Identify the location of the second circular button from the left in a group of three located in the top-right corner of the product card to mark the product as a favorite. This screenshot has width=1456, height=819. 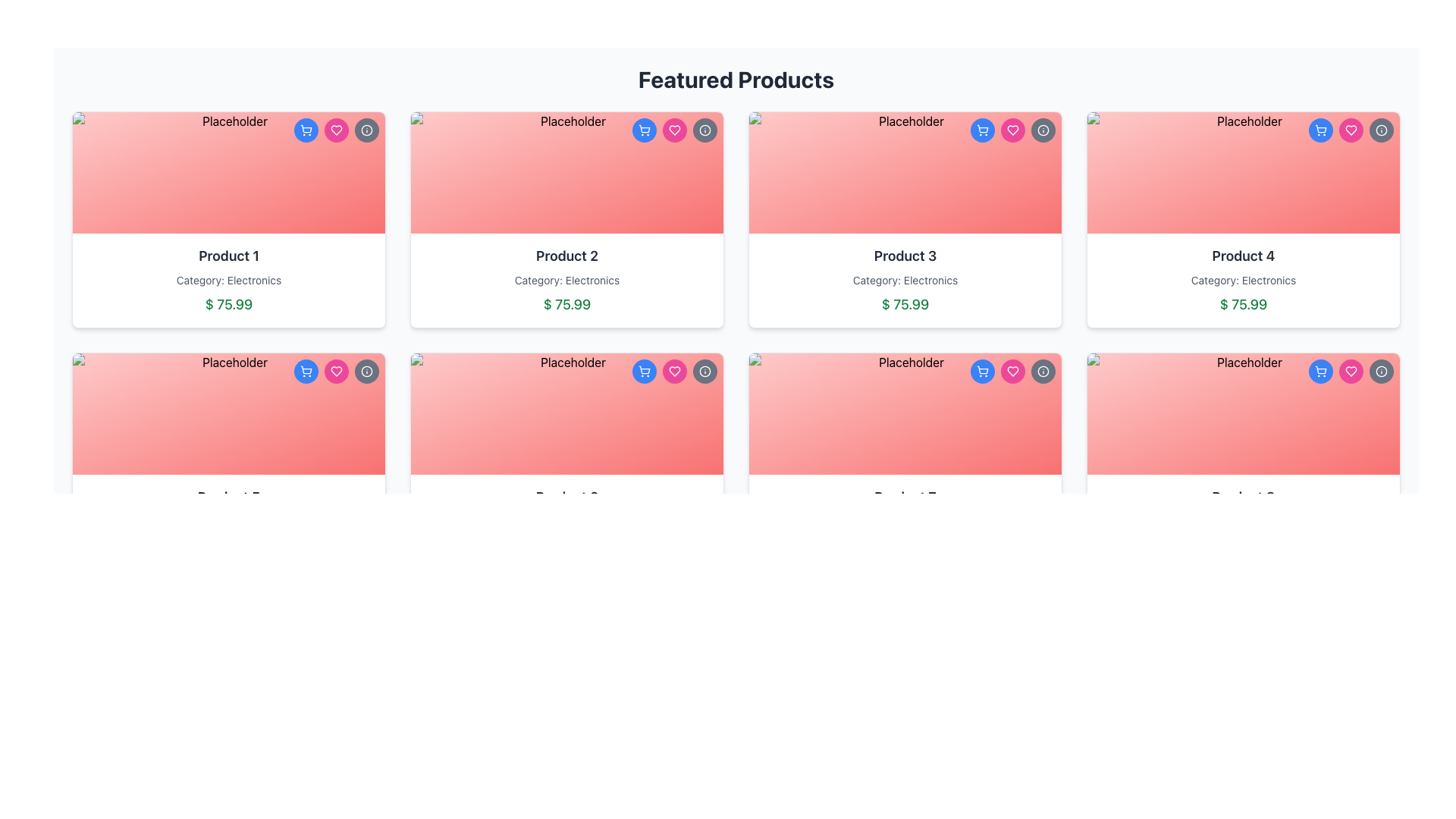
(673, 371).